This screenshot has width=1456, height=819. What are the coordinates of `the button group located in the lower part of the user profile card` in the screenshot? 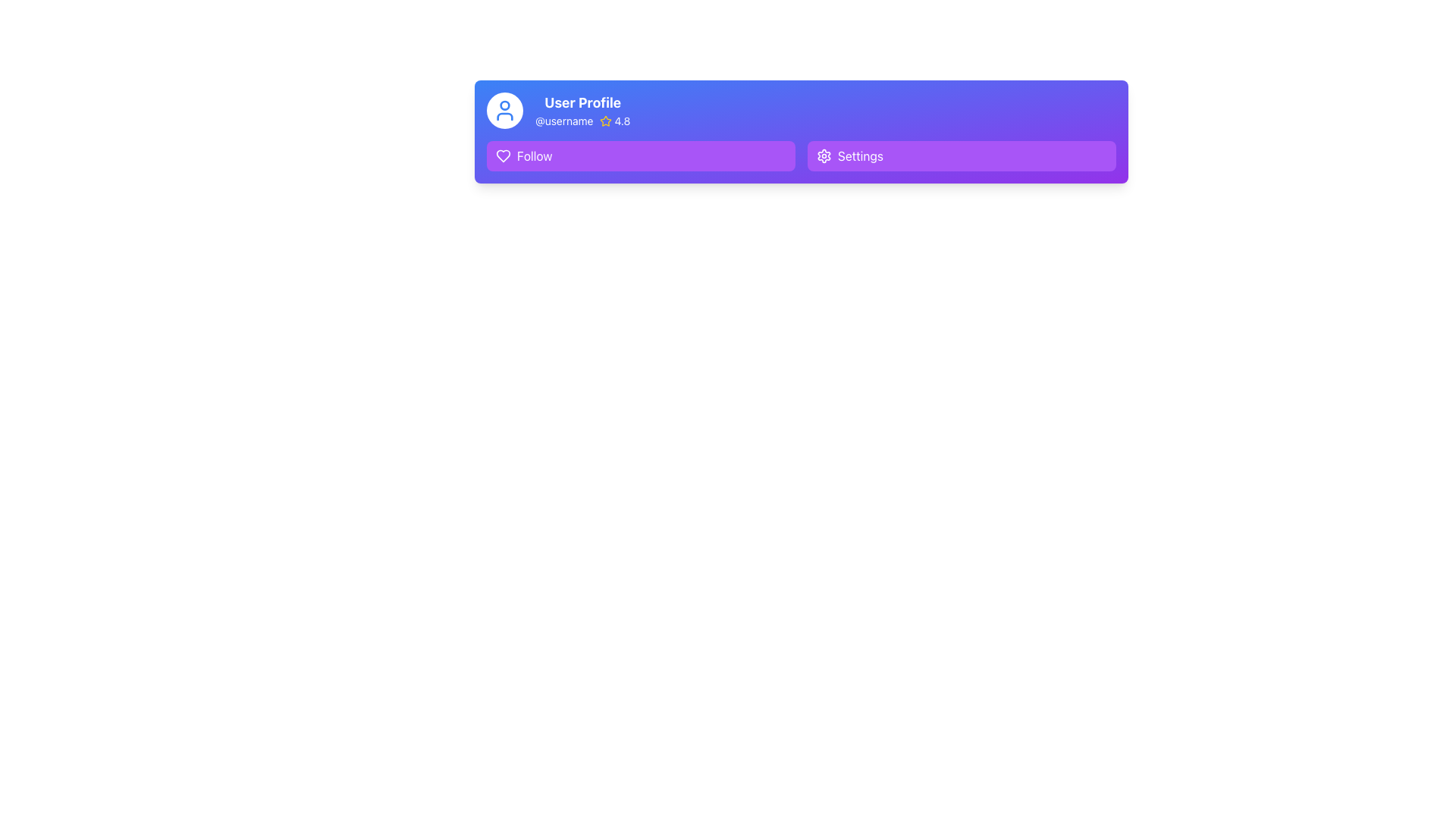 It's located at (800, 155).